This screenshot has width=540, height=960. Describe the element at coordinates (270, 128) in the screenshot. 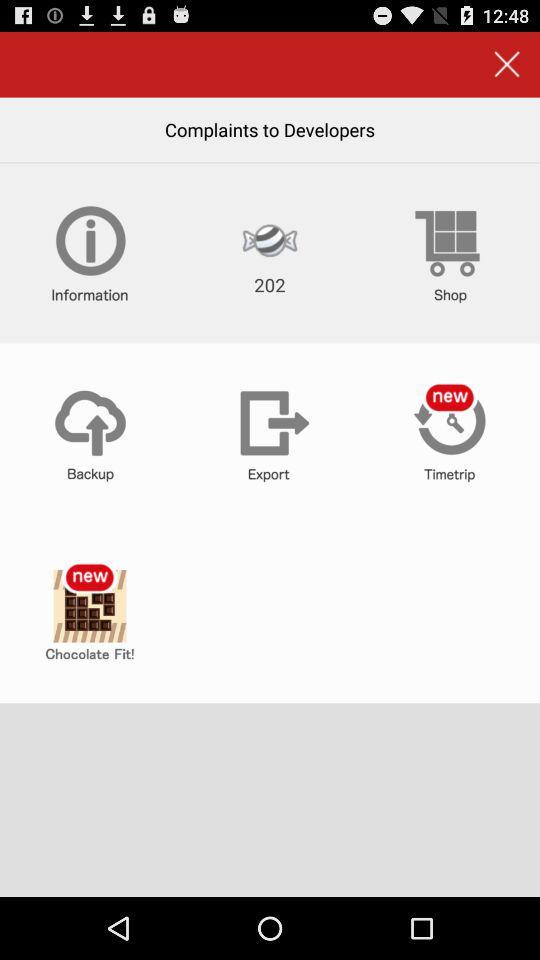

I see `the complaints to developers` at that location.